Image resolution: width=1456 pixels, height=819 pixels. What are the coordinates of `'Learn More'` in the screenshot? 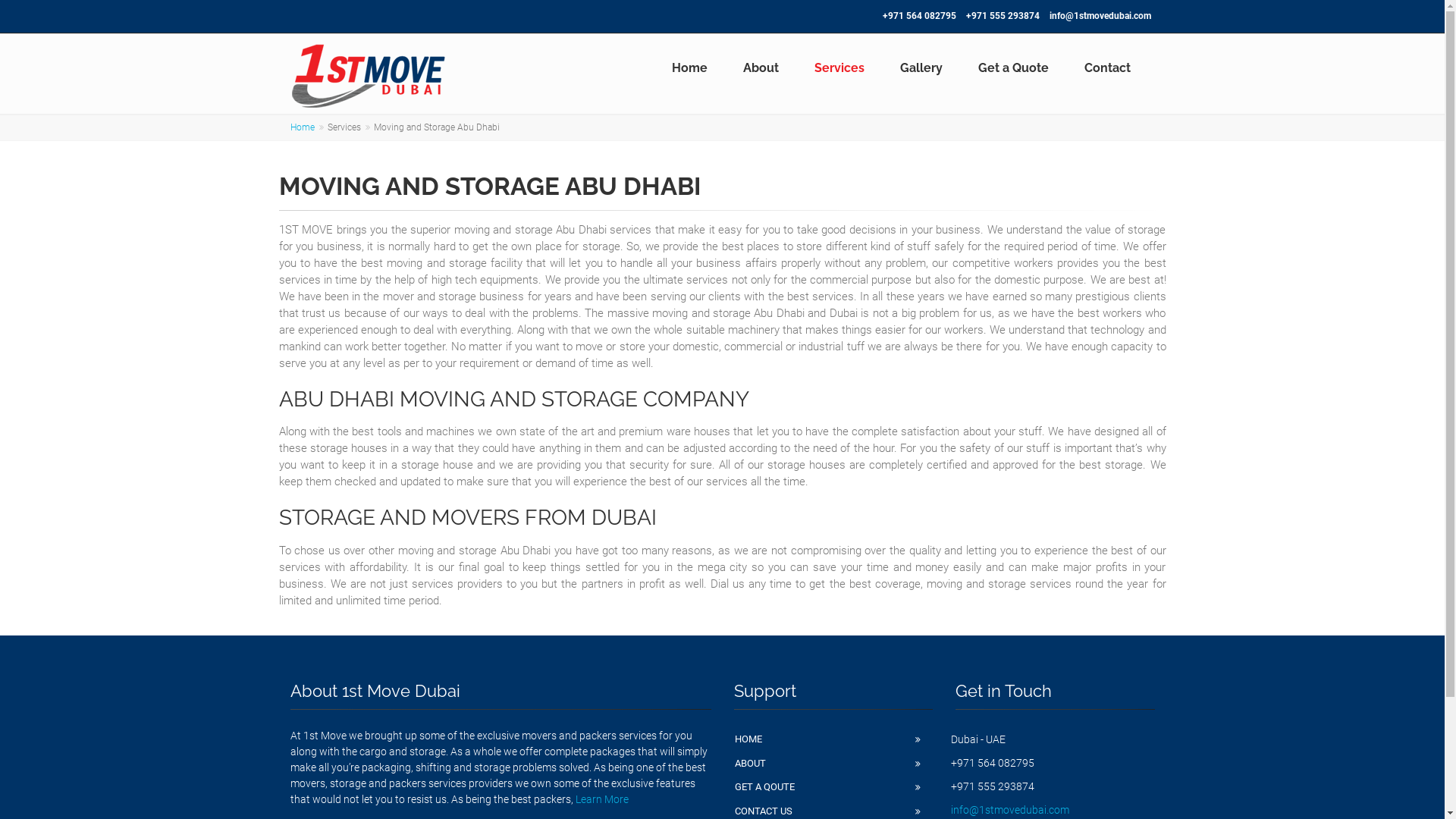 It's located at (600, 798).